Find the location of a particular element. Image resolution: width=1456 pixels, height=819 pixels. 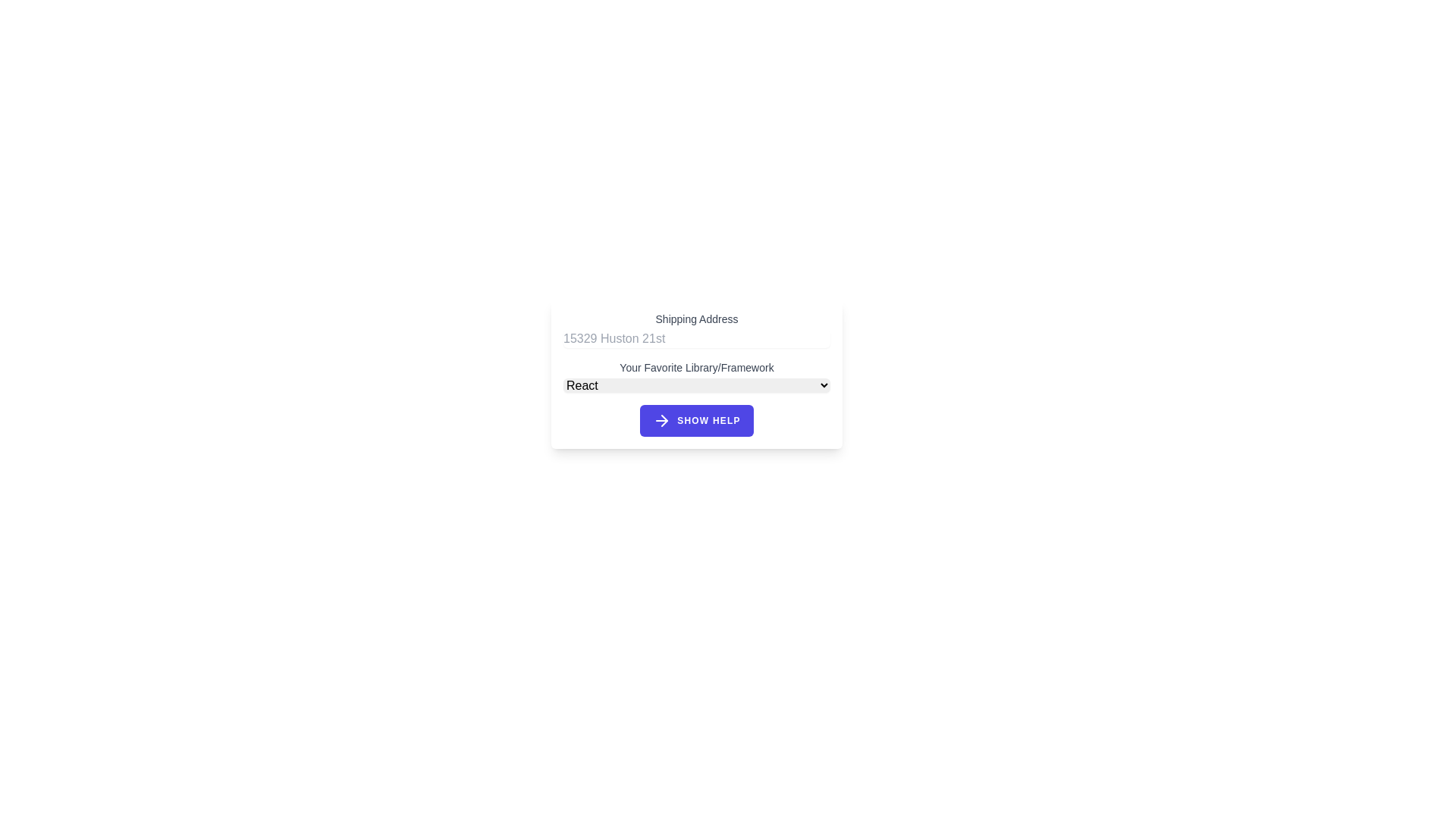

the text label displaying 'Your Favorite Library/Framework', which is styled in a medium-sized gray font and positioned above the dropdown menu for 'React' is located at coordinates (695, 368).